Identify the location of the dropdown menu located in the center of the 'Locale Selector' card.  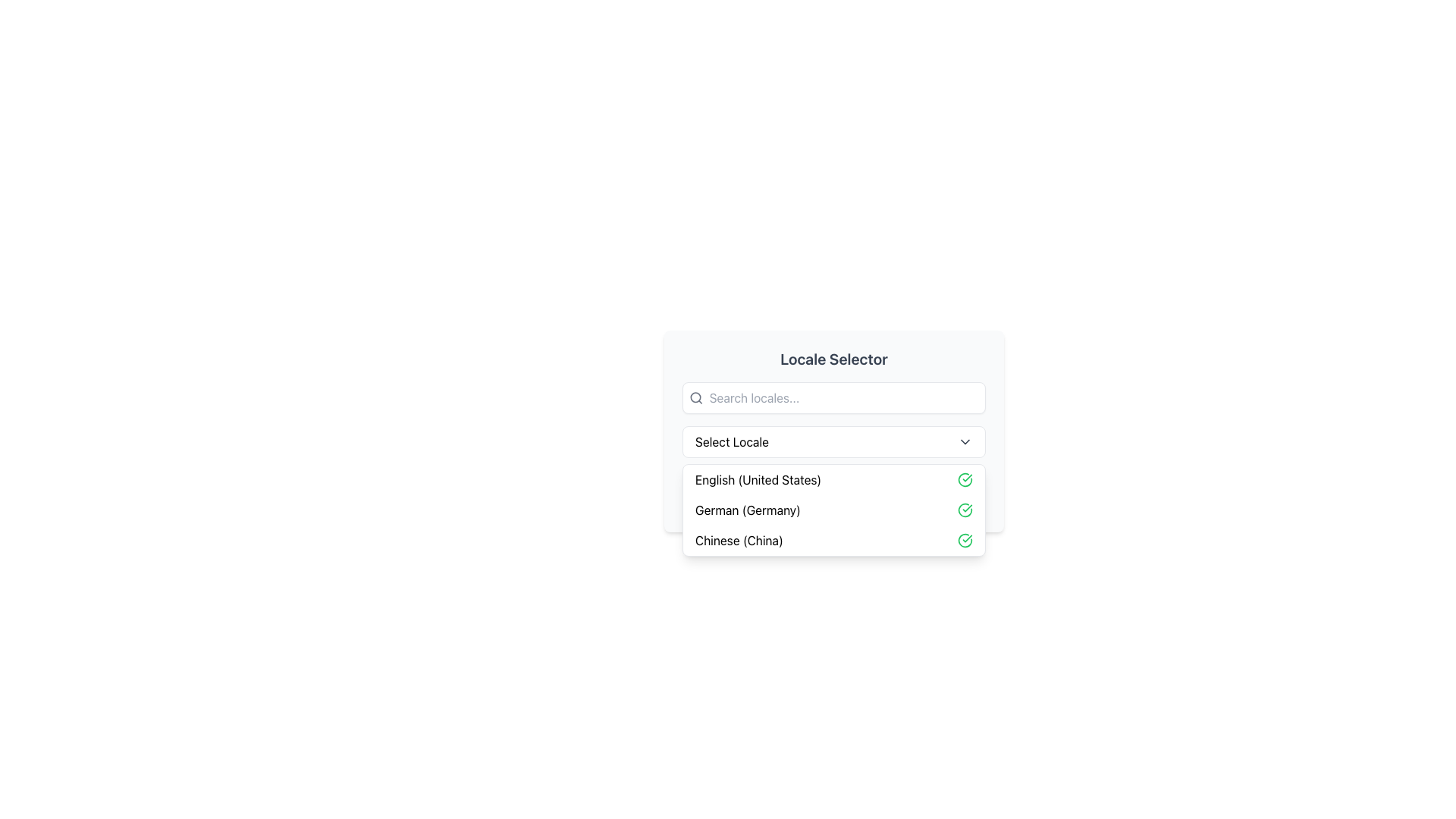
(833, 441).